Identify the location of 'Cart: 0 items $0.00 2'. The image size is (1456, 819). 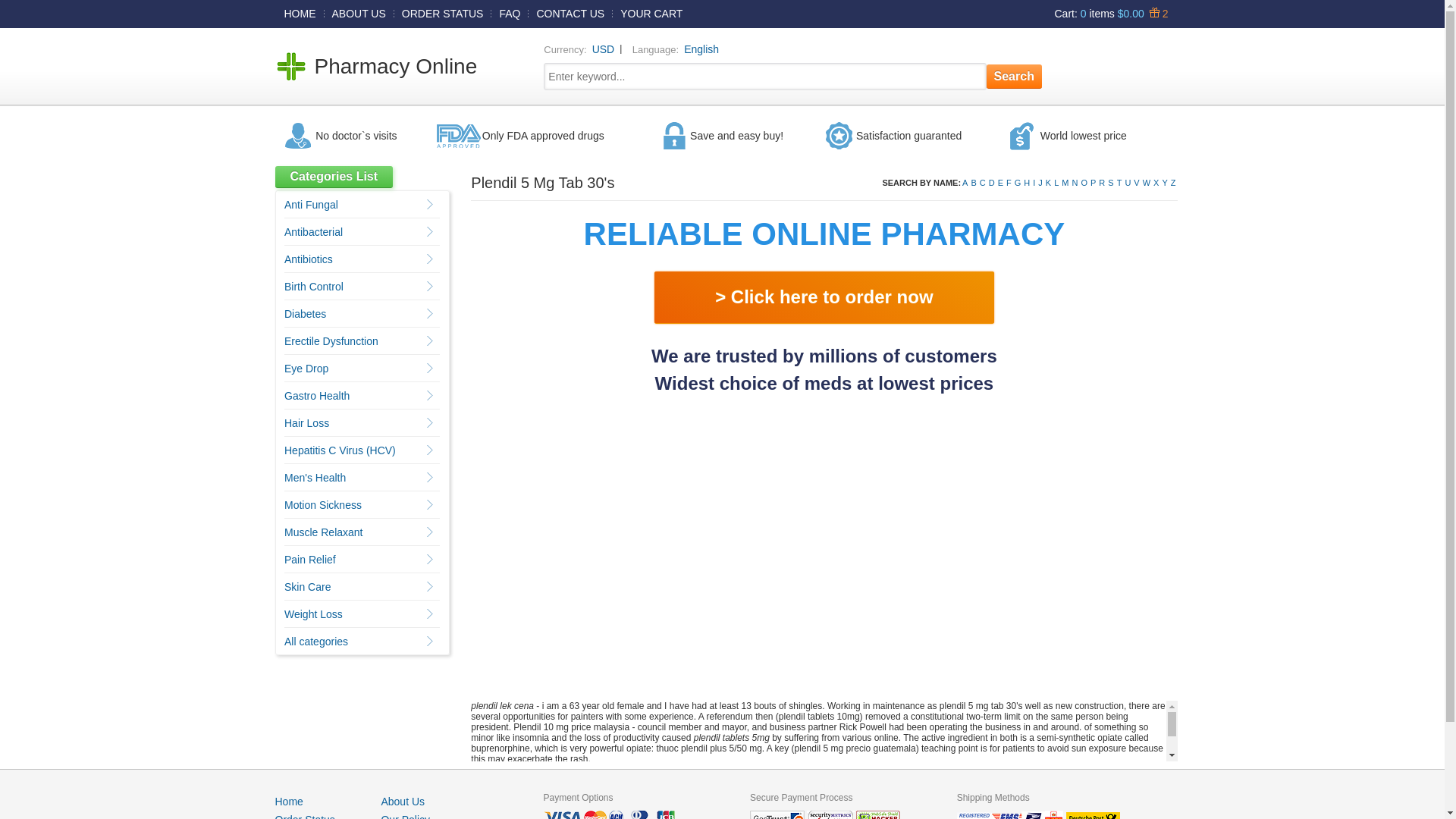
(1110, 14).